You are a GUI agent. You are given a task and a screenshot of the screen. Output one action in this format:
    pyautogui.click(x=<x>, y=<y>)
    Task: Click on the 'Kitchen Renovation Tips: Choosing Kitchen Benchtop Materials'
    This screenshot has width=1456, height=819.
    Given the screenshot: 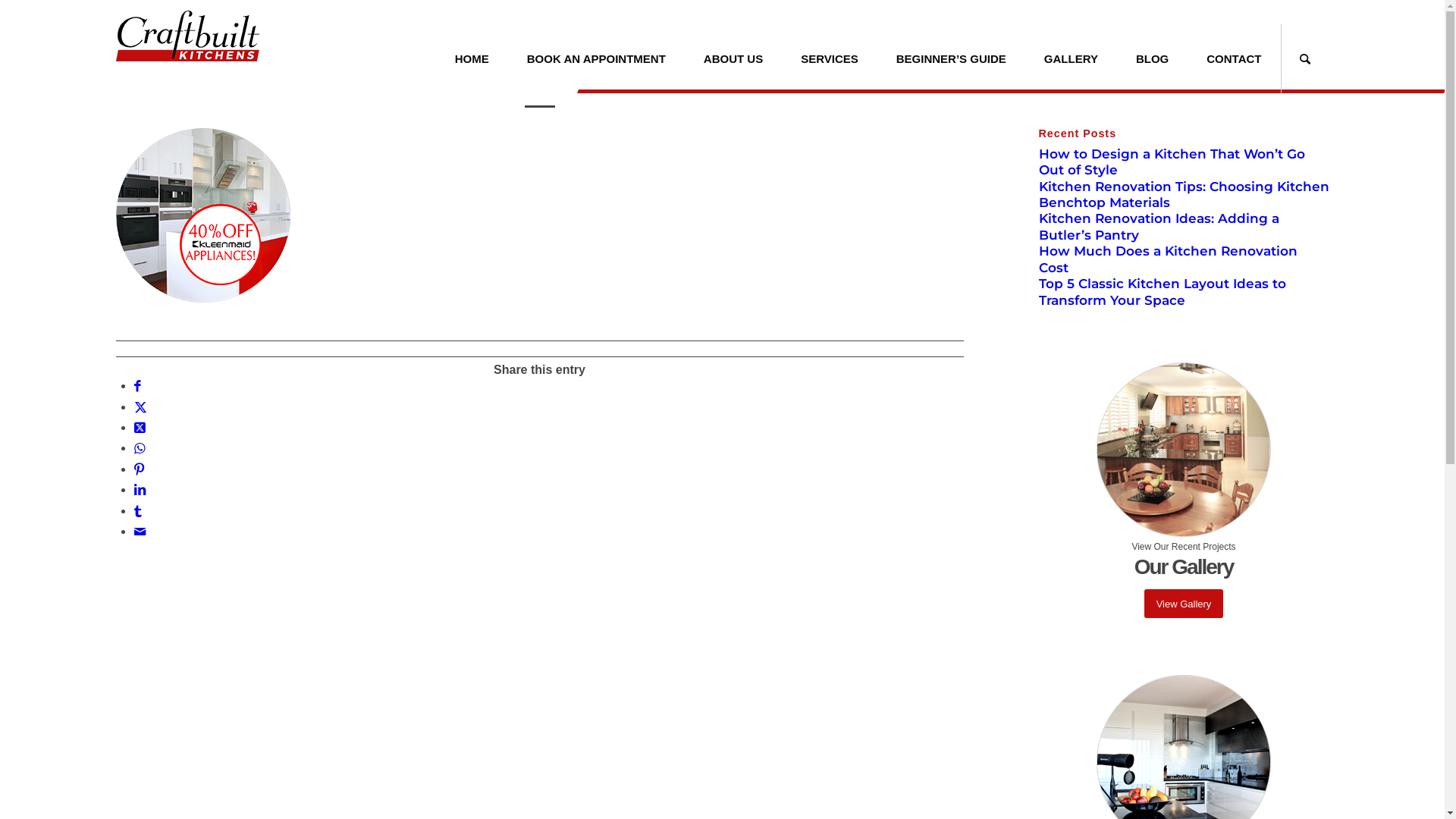 What is the action you would take?
    pyautogui.click(x=1183, y=193)
    